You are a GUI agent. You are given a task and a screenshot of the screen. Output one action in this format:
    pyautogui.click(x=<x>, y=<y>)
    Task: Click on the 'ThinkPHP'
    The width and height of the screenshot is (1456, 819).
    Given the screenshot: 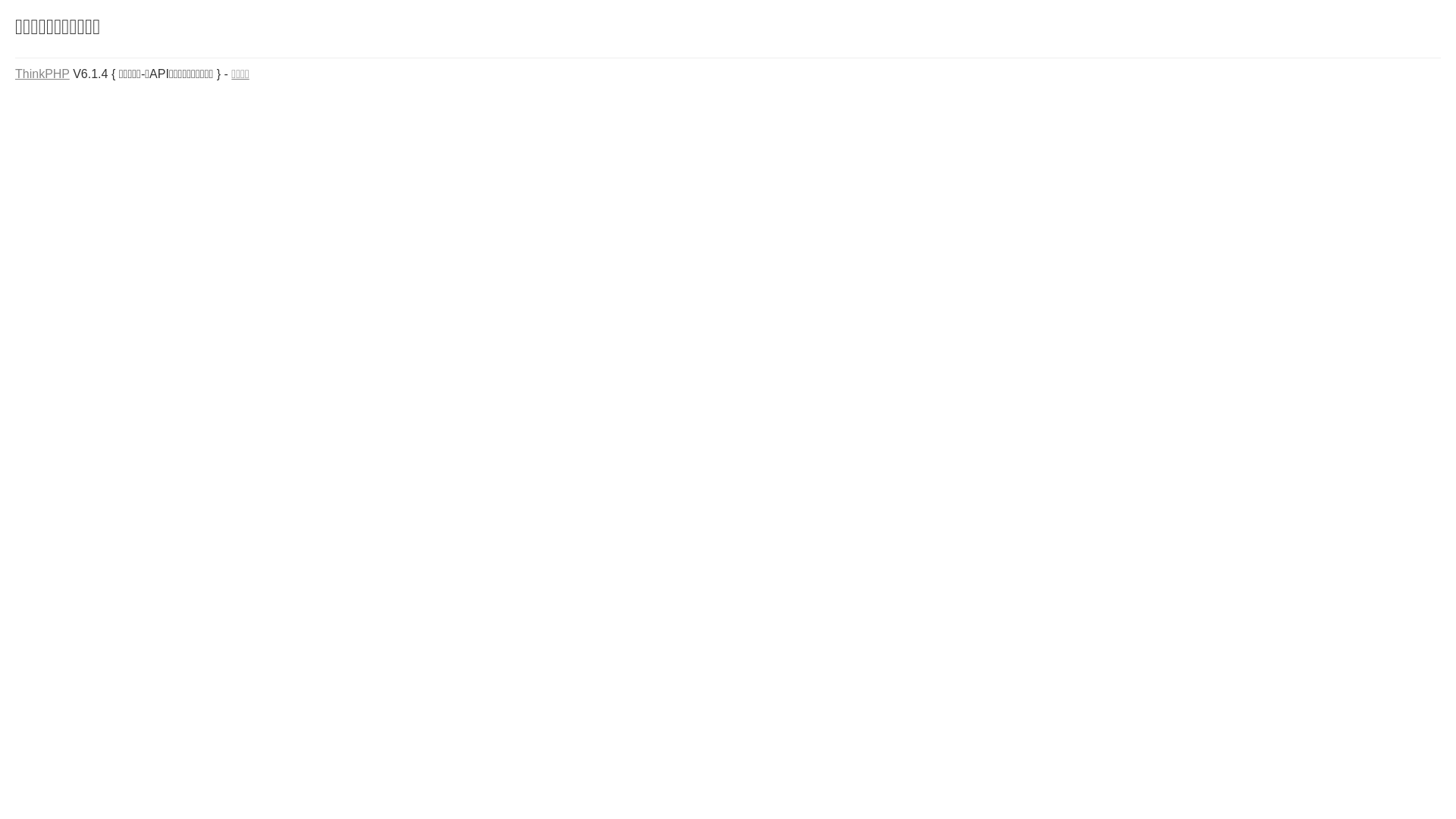 What is the action you would take?
    pyautogui.click(x=42, y=74)
    